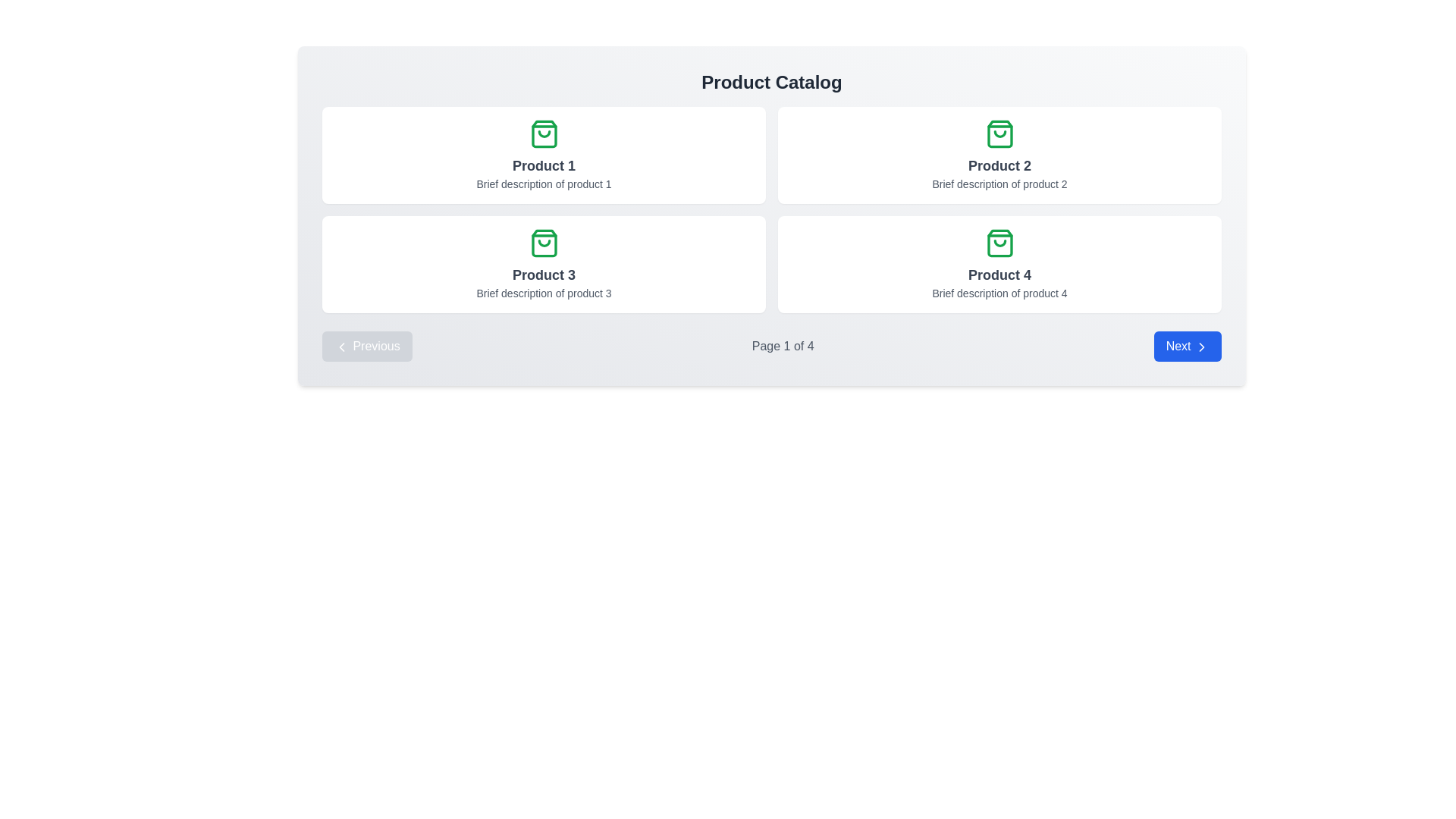  I want to click on the decorative icon within the fourth product card titled 'Product 4', located in the bottom-right corner of the product grid, so click(999, 242).